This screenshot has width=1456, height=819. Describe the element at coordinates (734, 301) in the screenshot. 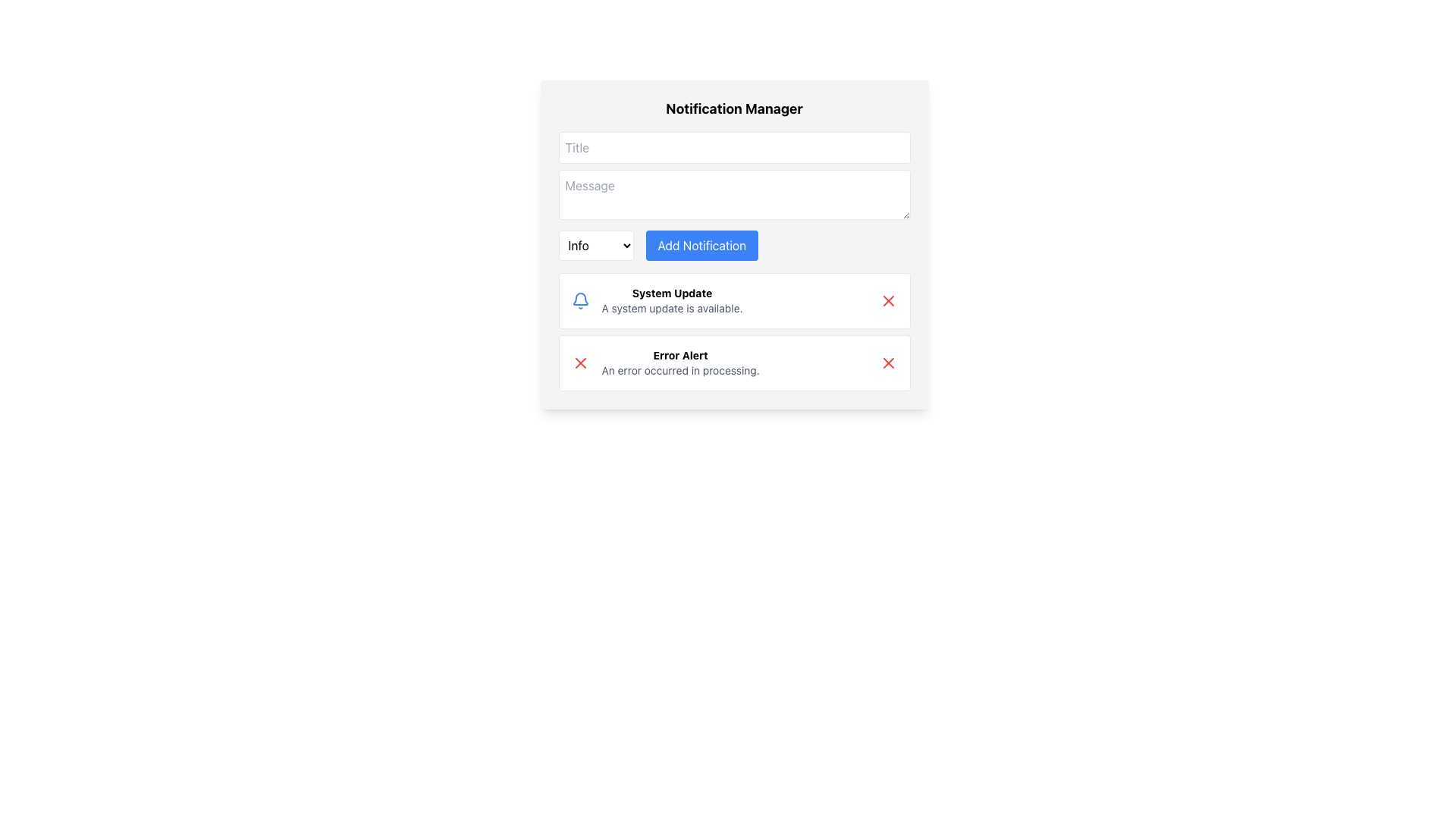

I see `the first notification item in the vertical list` at that location.